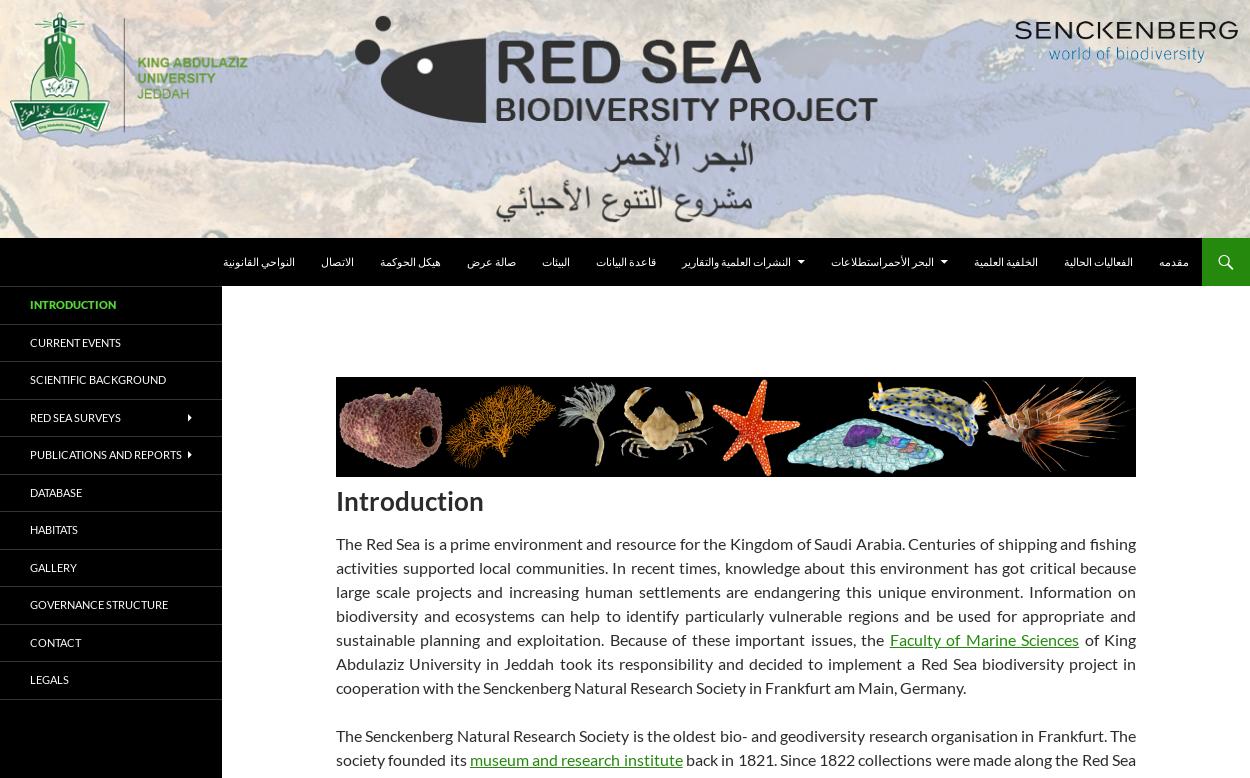 The image size is (1250, 778). Describe the element at coordinates (30, 262) in the screenshot. I see `'Red Sea Biodiversity Project'` at that location.